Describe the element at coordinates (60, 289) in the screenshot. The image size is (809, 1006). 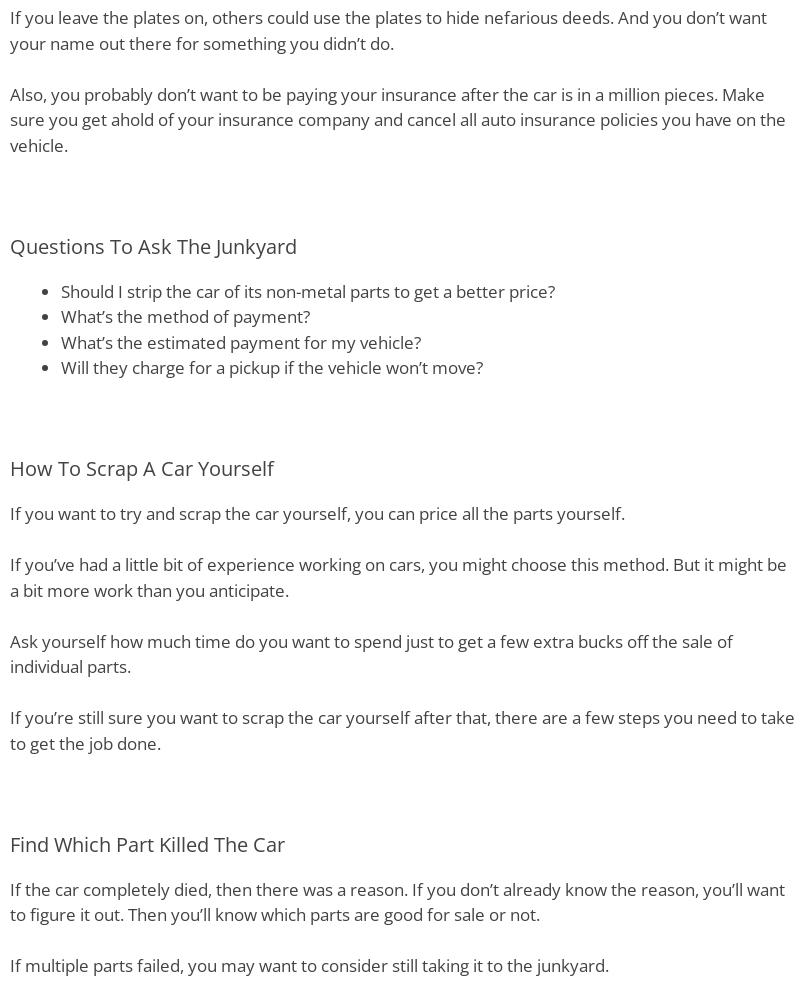
I see `'Should I strip the car of its non-metal parts to get a better price?'` at that location.